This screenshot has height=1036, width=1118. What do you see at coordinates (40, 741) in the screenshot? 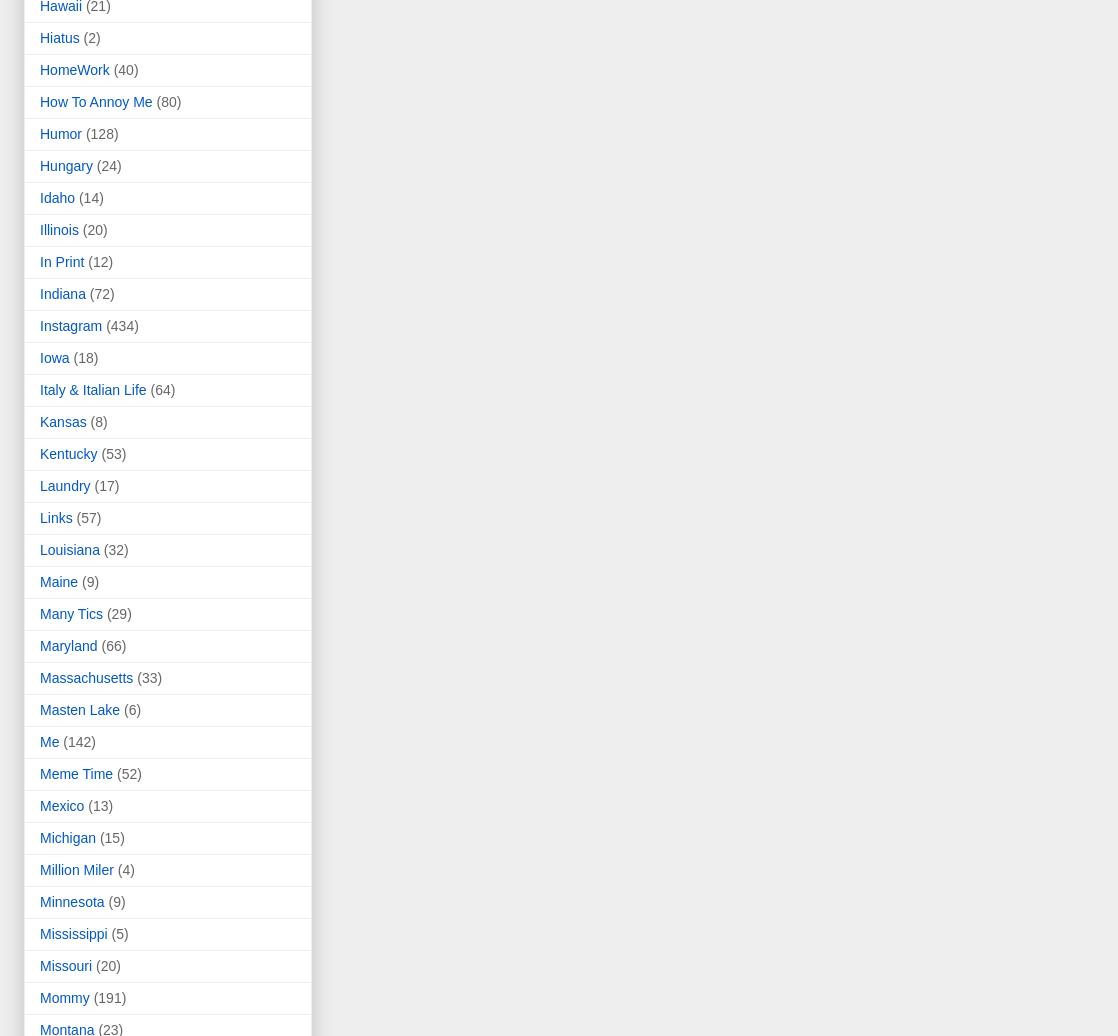
I see `'Me'` at bounding box center [40, 741].